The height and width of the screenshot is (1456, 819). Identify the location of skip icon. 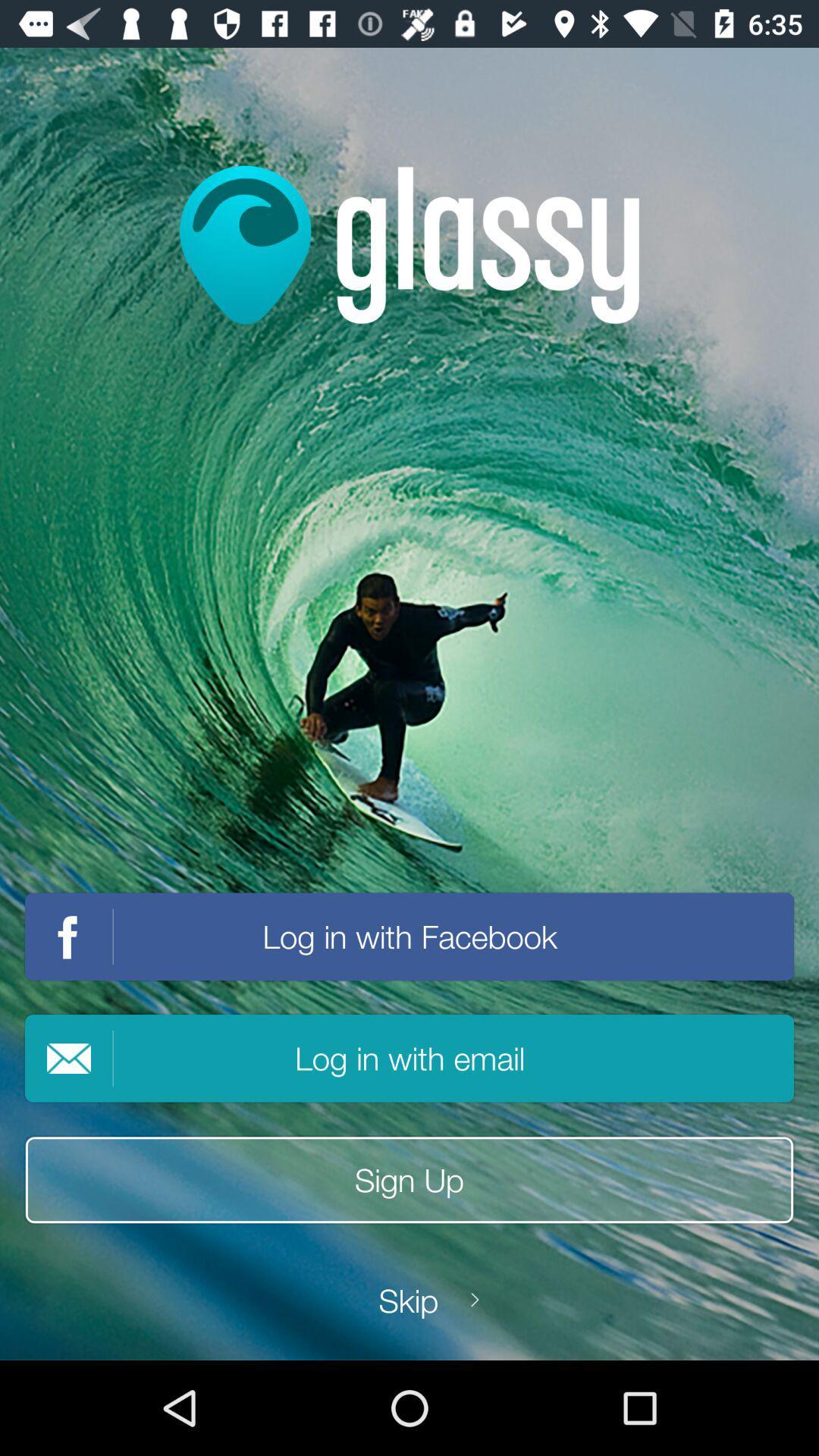
(408, 1300).